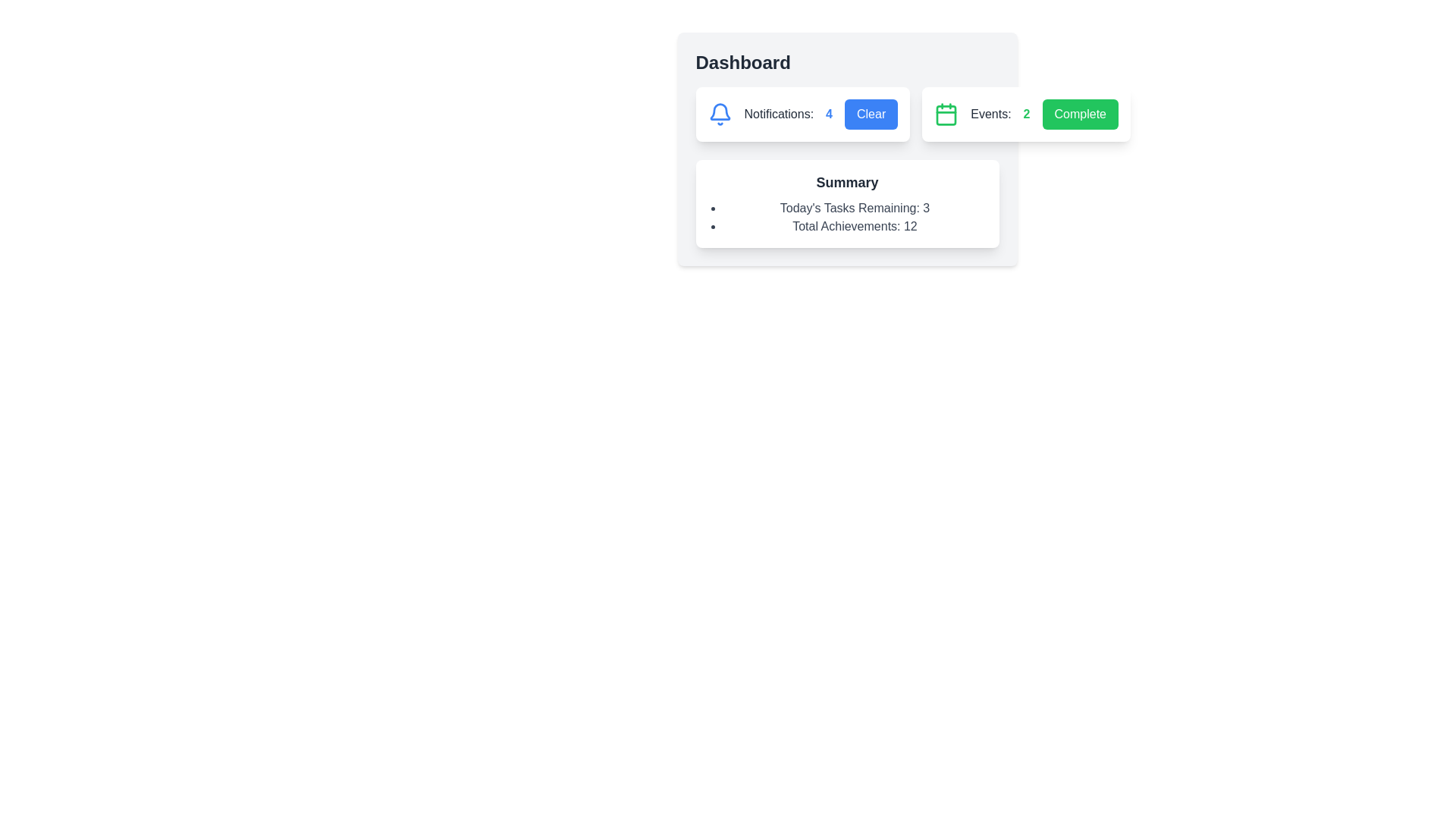 The width and height of the screenshot is (1456, 819). What do you see at coordinates (1026, 113) in the screenshot?
I see `the bold green text label displaying the number '2', located between the label 'Events:' and the 'Complete' button in the upper-right section of the interface` at bounding box center [1026, 113].